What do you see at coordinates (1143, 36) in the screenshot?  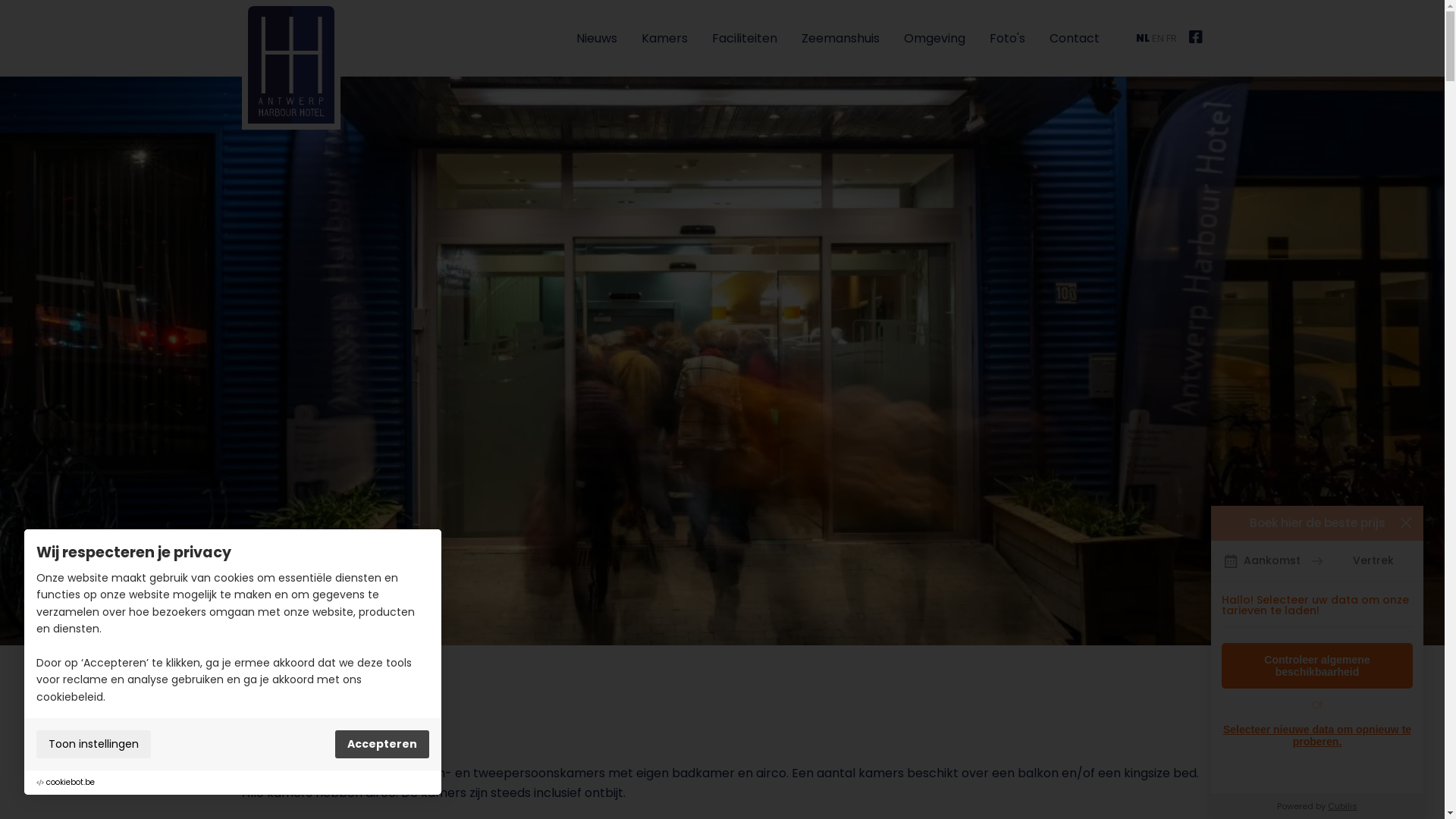 I see `'NL'` at bounding box center [1143, 36].